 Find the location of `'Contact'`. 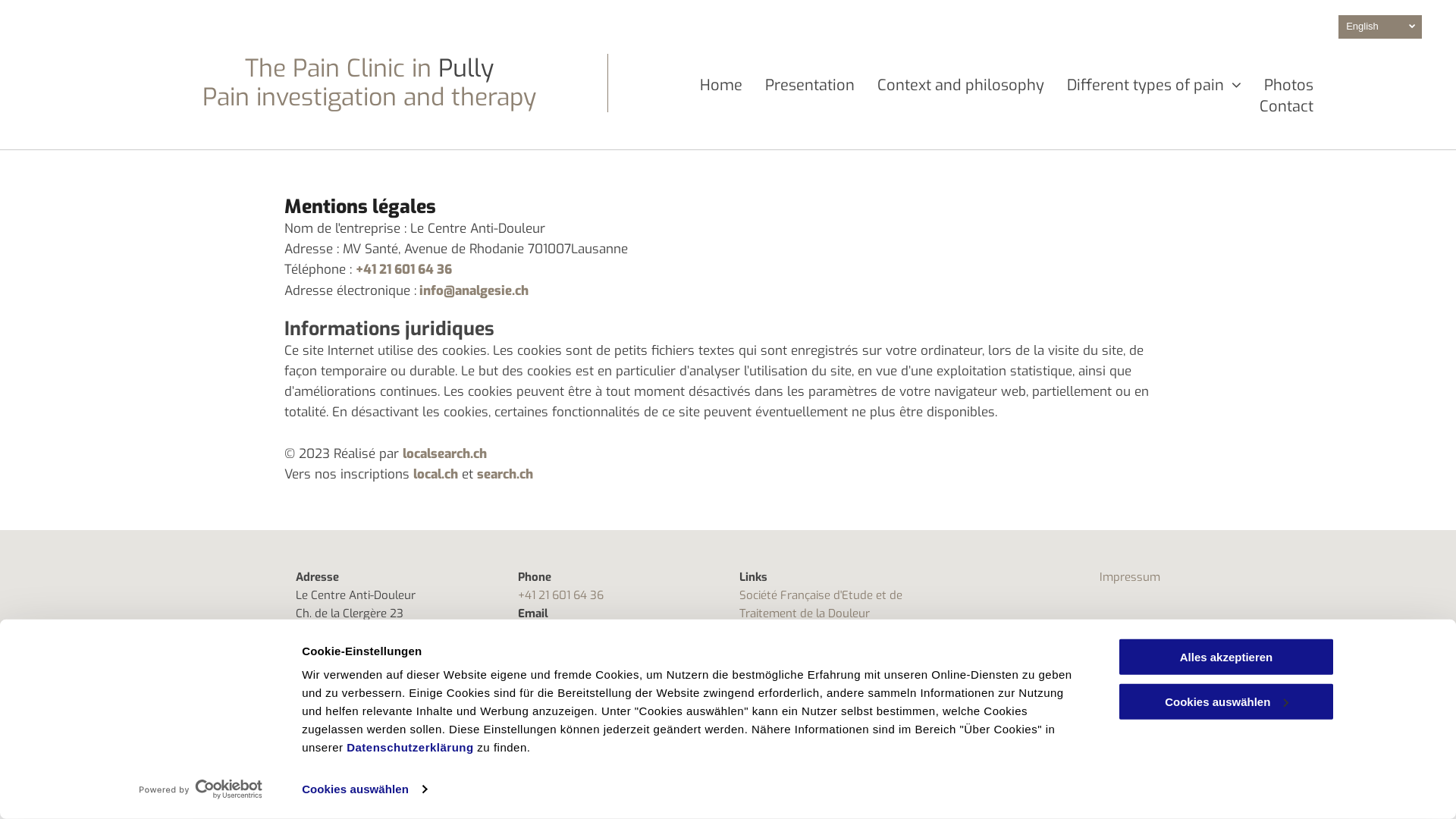

'Contact' is located at coordinates (1285, 107).